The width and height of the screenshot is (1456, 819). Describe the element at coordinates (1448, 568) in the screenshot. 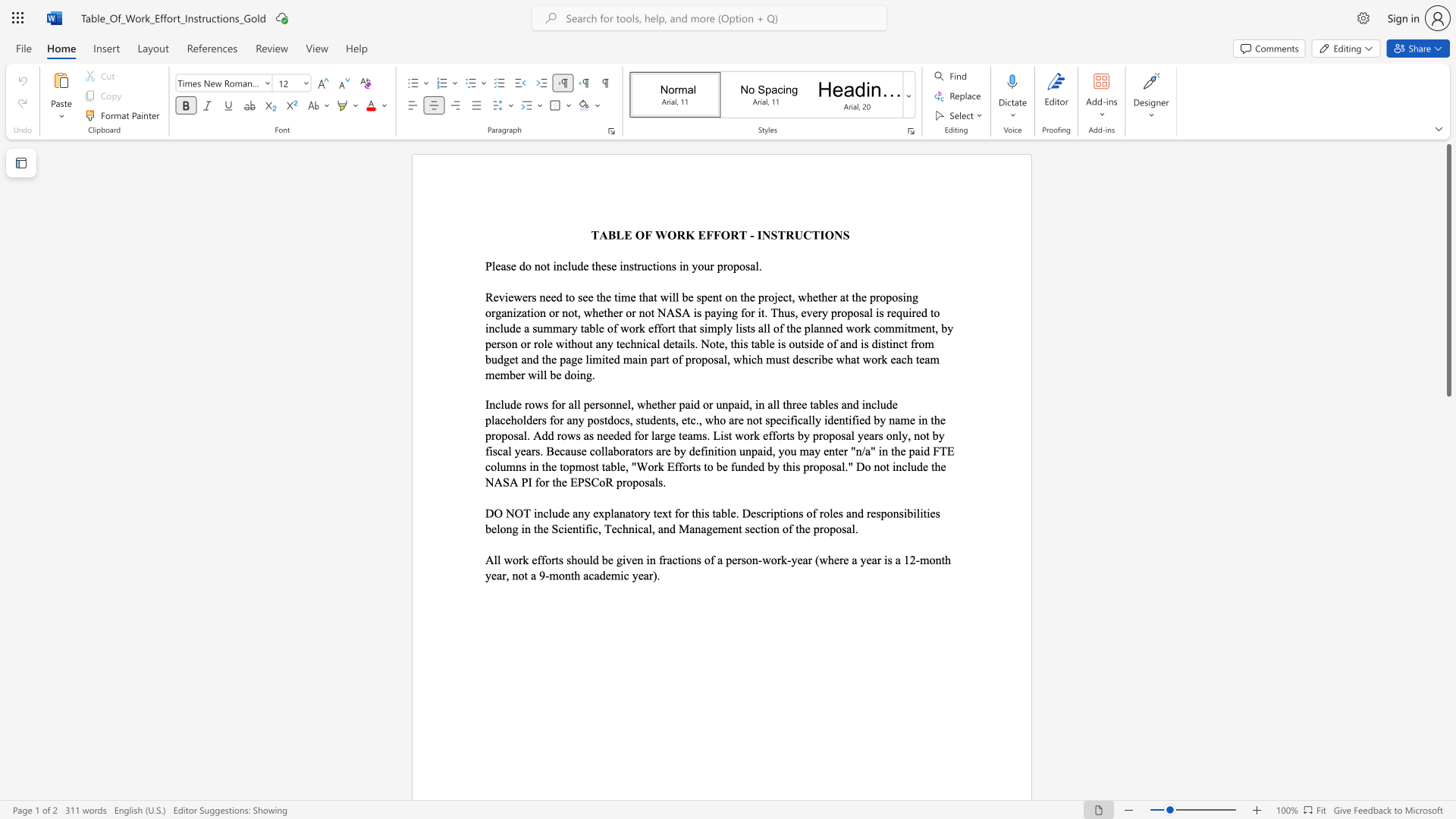

I see `the scrollbar to move the page down` at that location.